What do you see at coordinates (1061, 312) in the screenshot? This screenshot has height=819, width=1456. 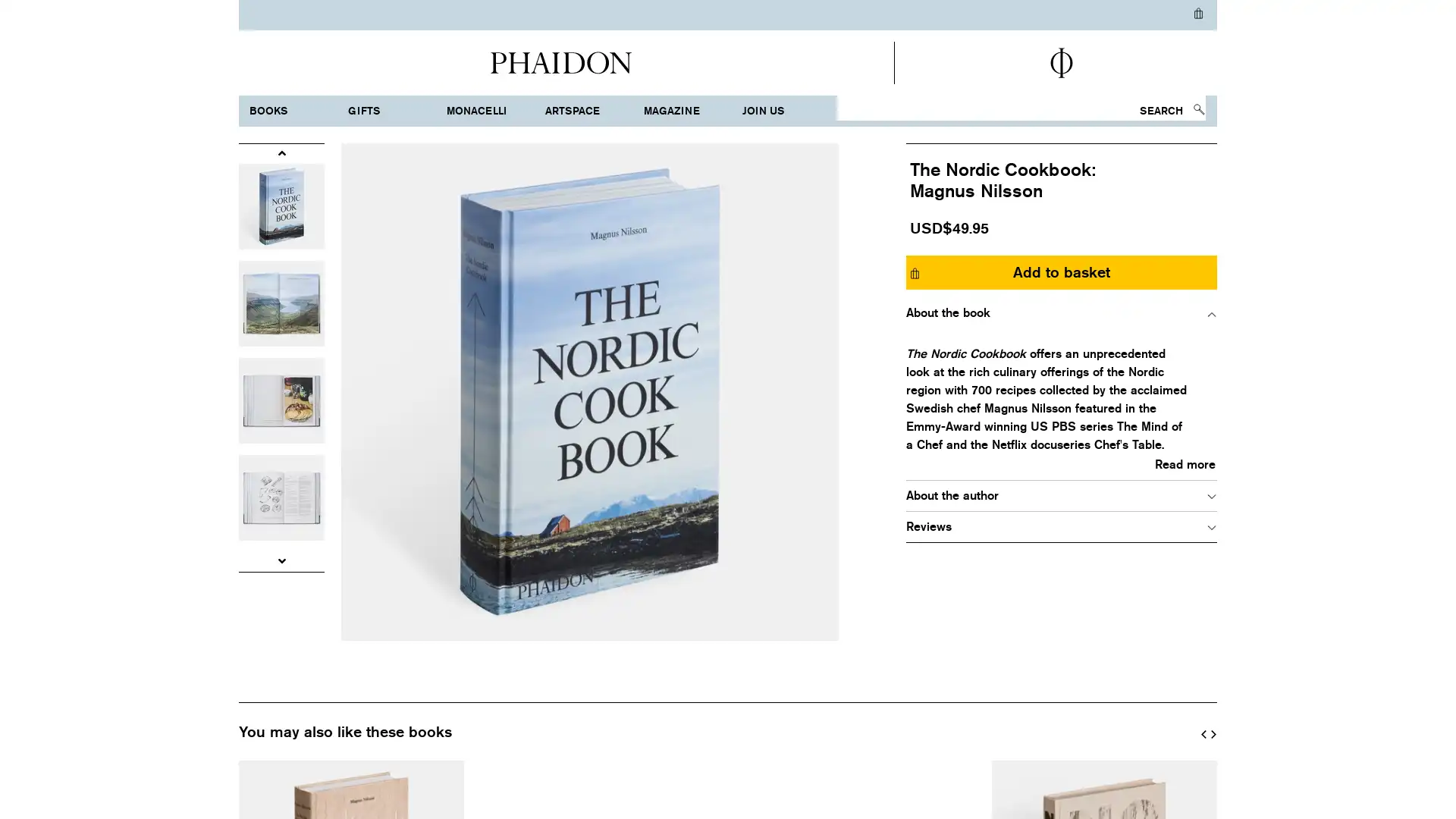 I see `About the book` at bounding box center [1061, 312].